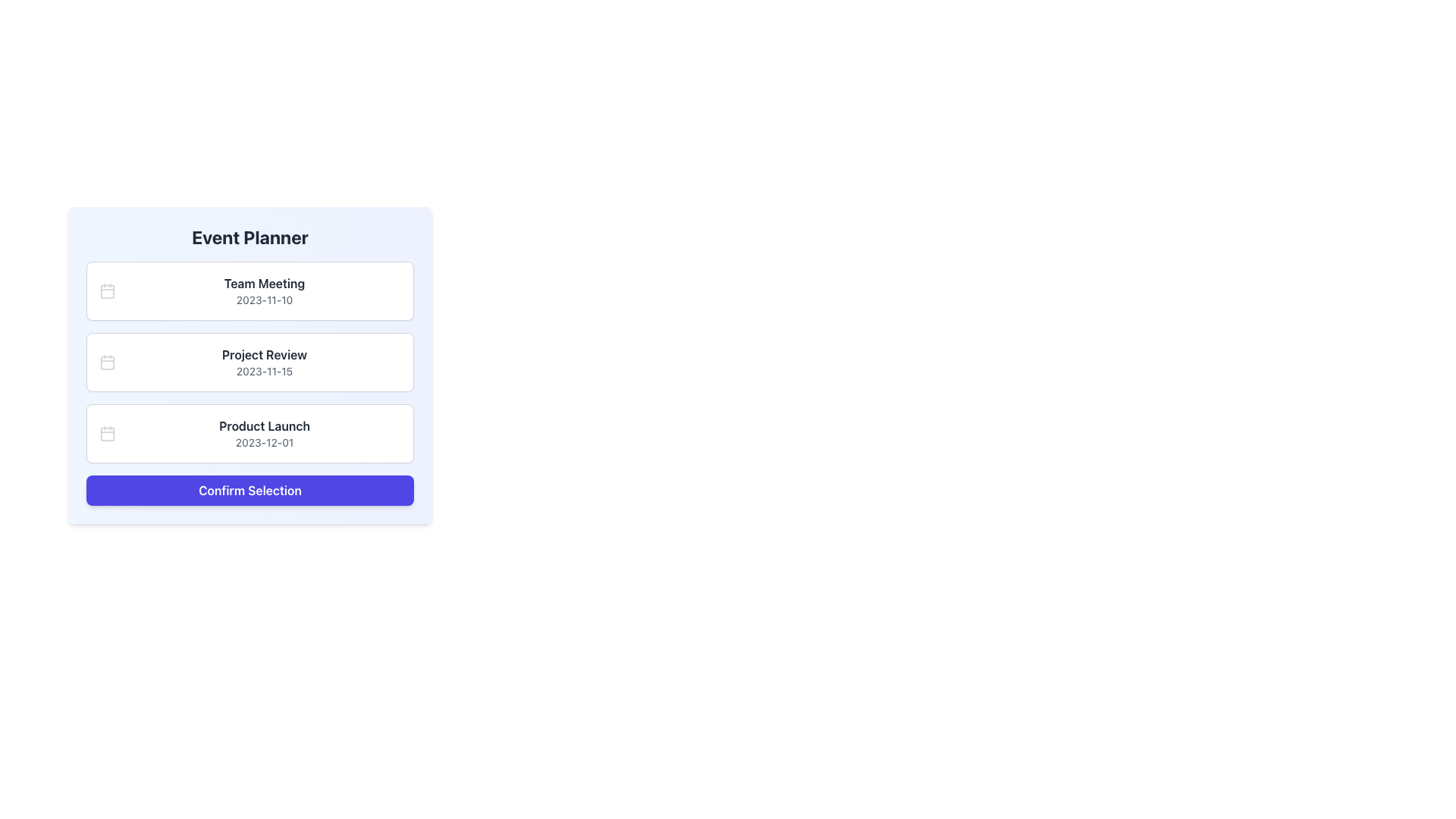 The height and width of the screenshot is (819, 1456). I want to click on date information displayed in grey text '2023-11-10' located below the title 'Team Meeting' within the first event card of the 'Event Planner', so click(265, 300).